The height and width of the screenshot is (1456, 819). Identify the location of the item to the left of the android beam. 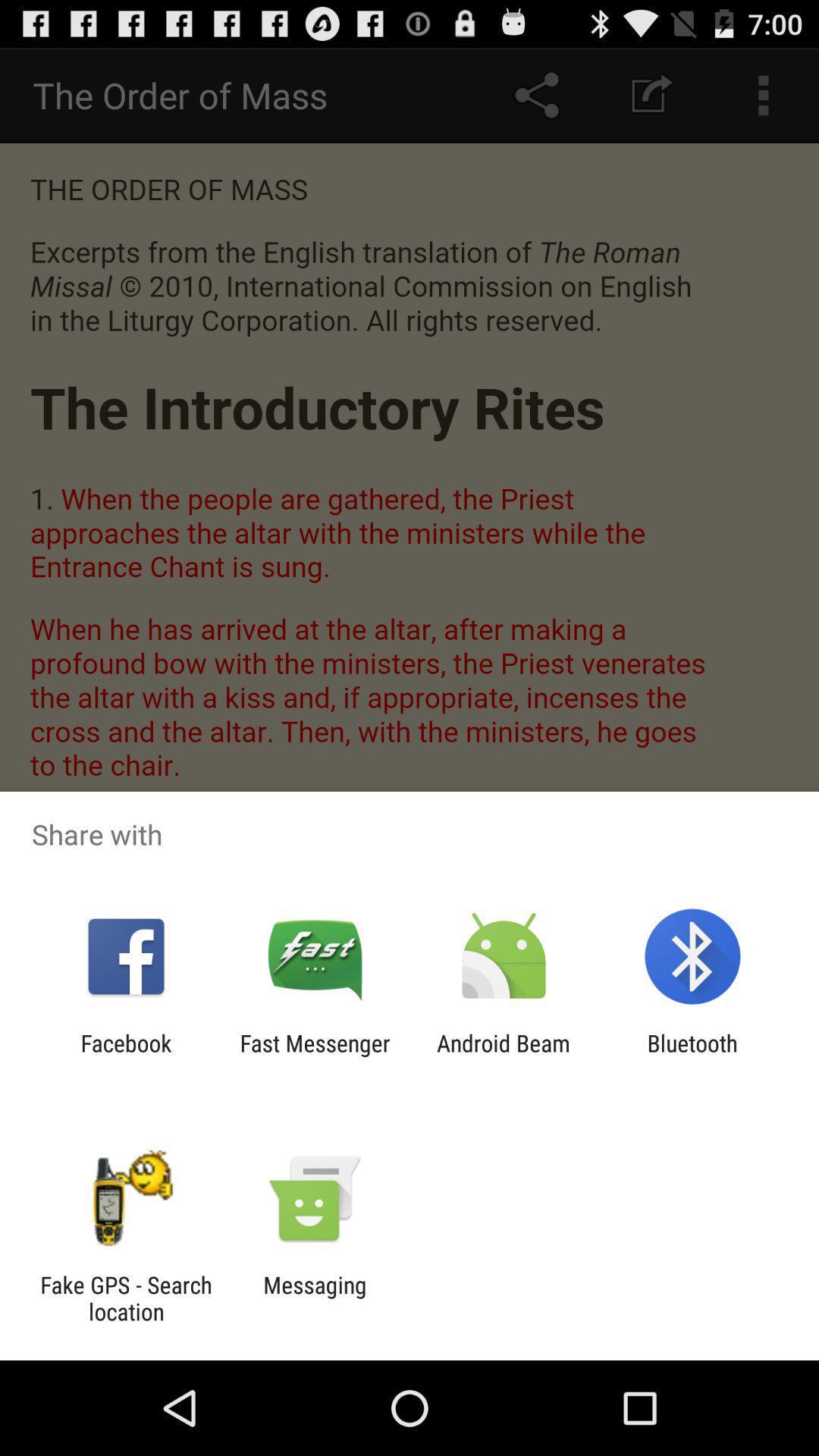
(314, 1056).